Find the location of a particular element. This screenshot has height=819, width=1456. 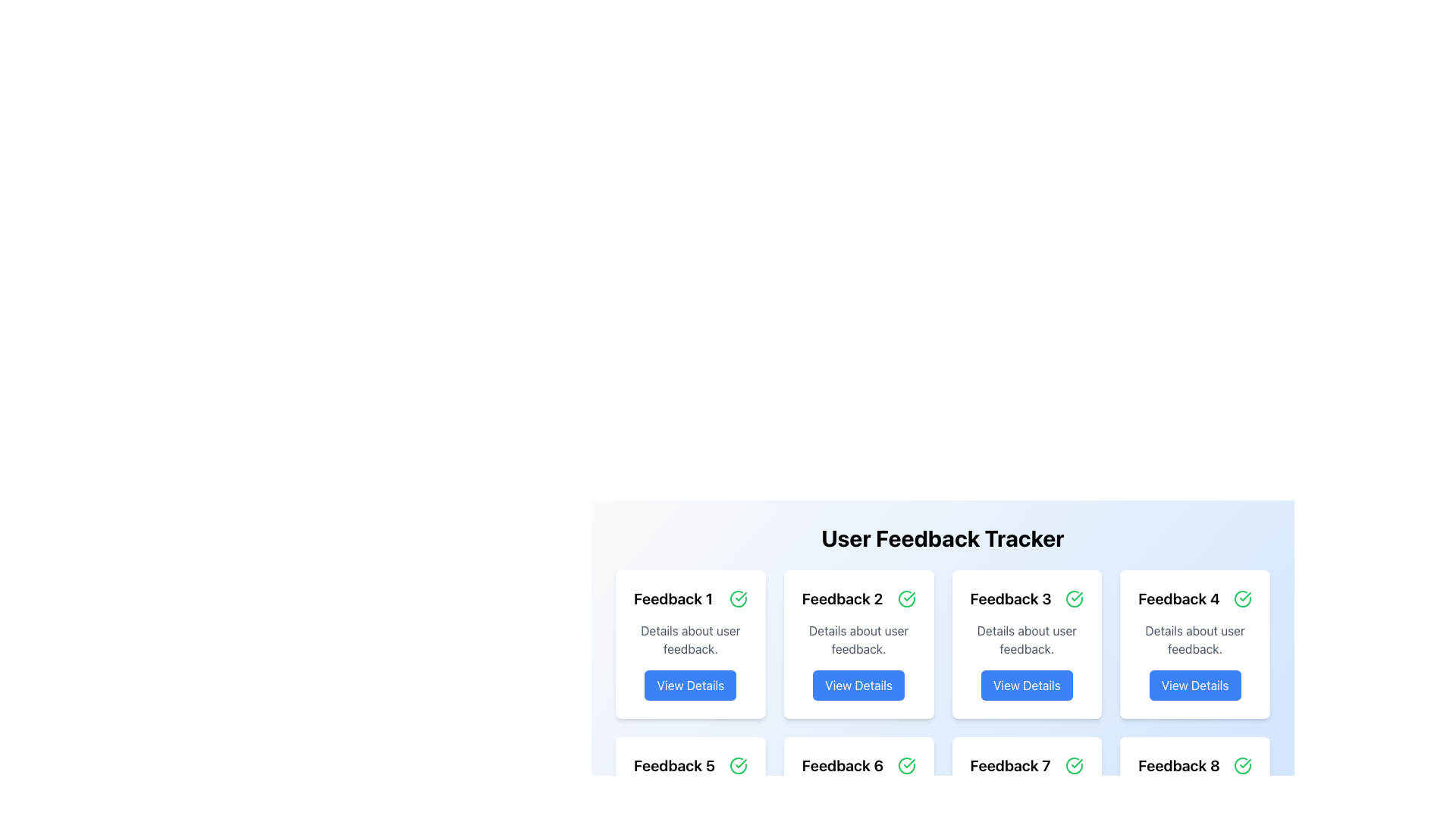

the Status indicator icon located in the 'Feedback 4' panel, which signifies completion, review, or approval of the associated feedback item is located at coordinates (1242, 598).